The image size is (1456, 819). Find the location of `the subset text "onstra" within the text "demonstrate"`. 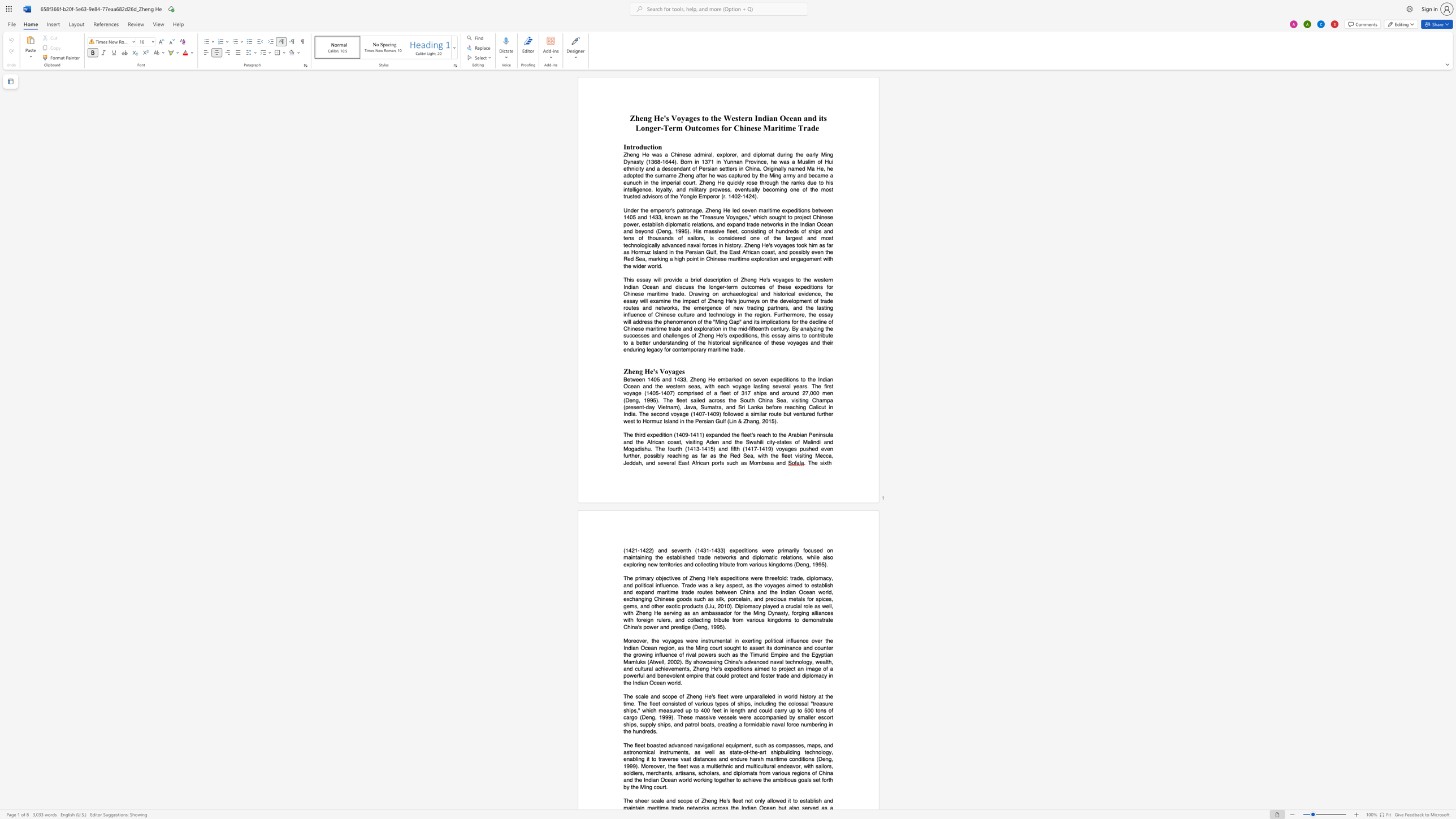

the subset text "onstra" within the text "demonstrate" is located at coordinates (813, 619).